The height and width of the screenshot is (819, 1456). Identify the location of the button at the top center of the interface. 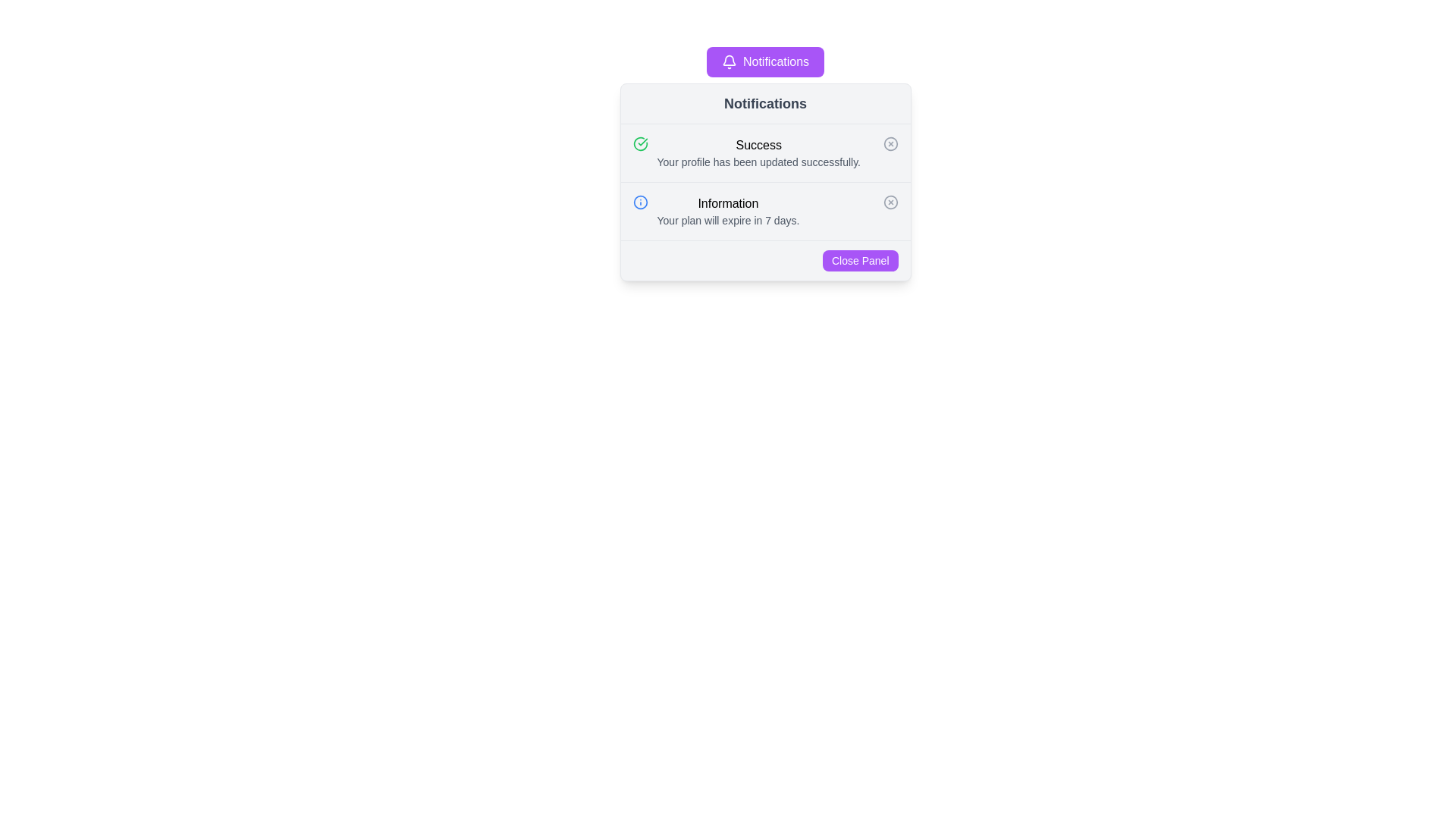
(765, 61).